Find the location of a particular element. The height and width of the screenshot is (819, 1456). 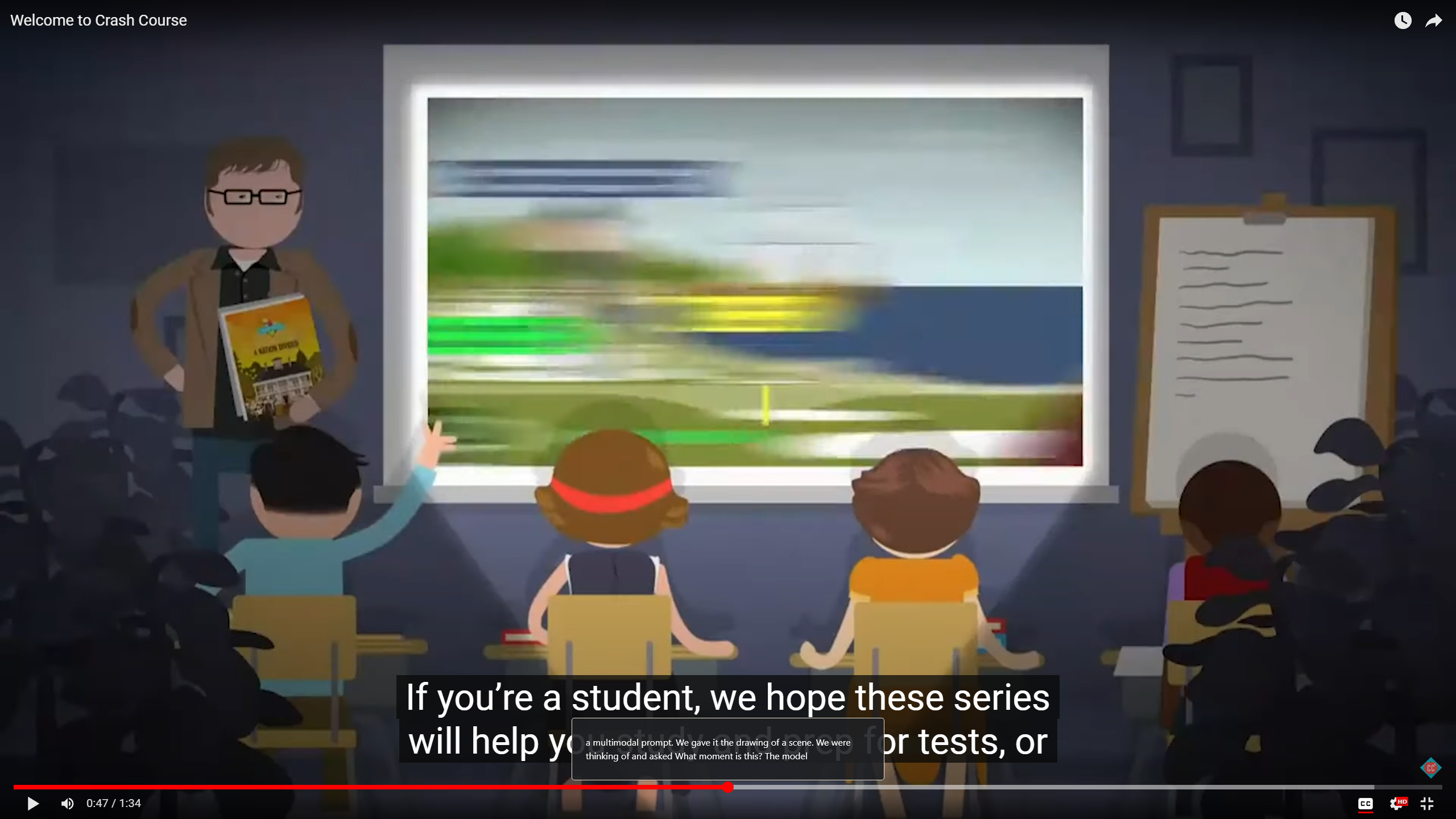

'Channel watermark' is located at coordinates (1430, 767).